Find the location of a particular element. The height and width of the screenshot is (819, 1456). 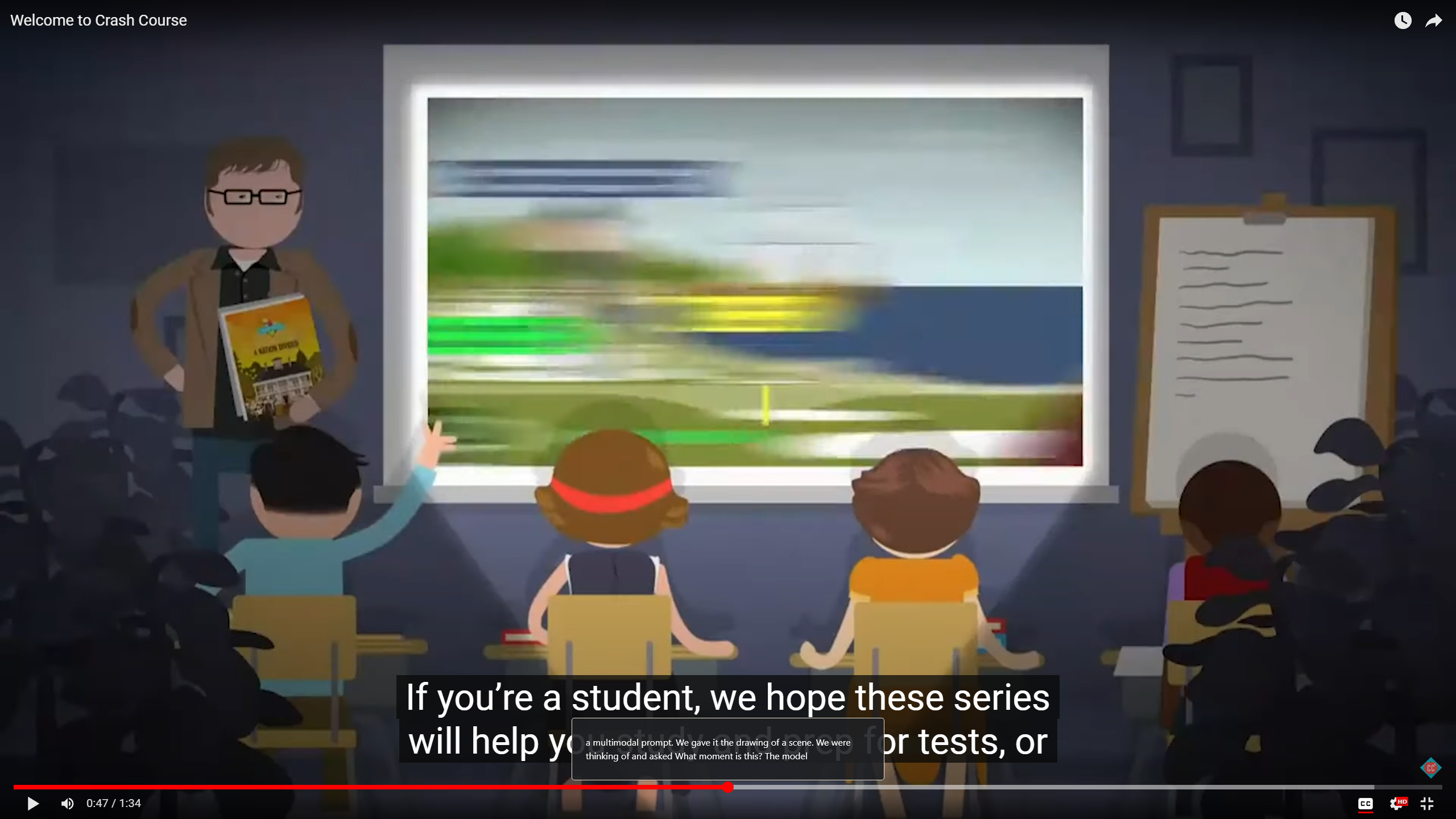

'Channel watermark' is located at coordinates (1430, 767).